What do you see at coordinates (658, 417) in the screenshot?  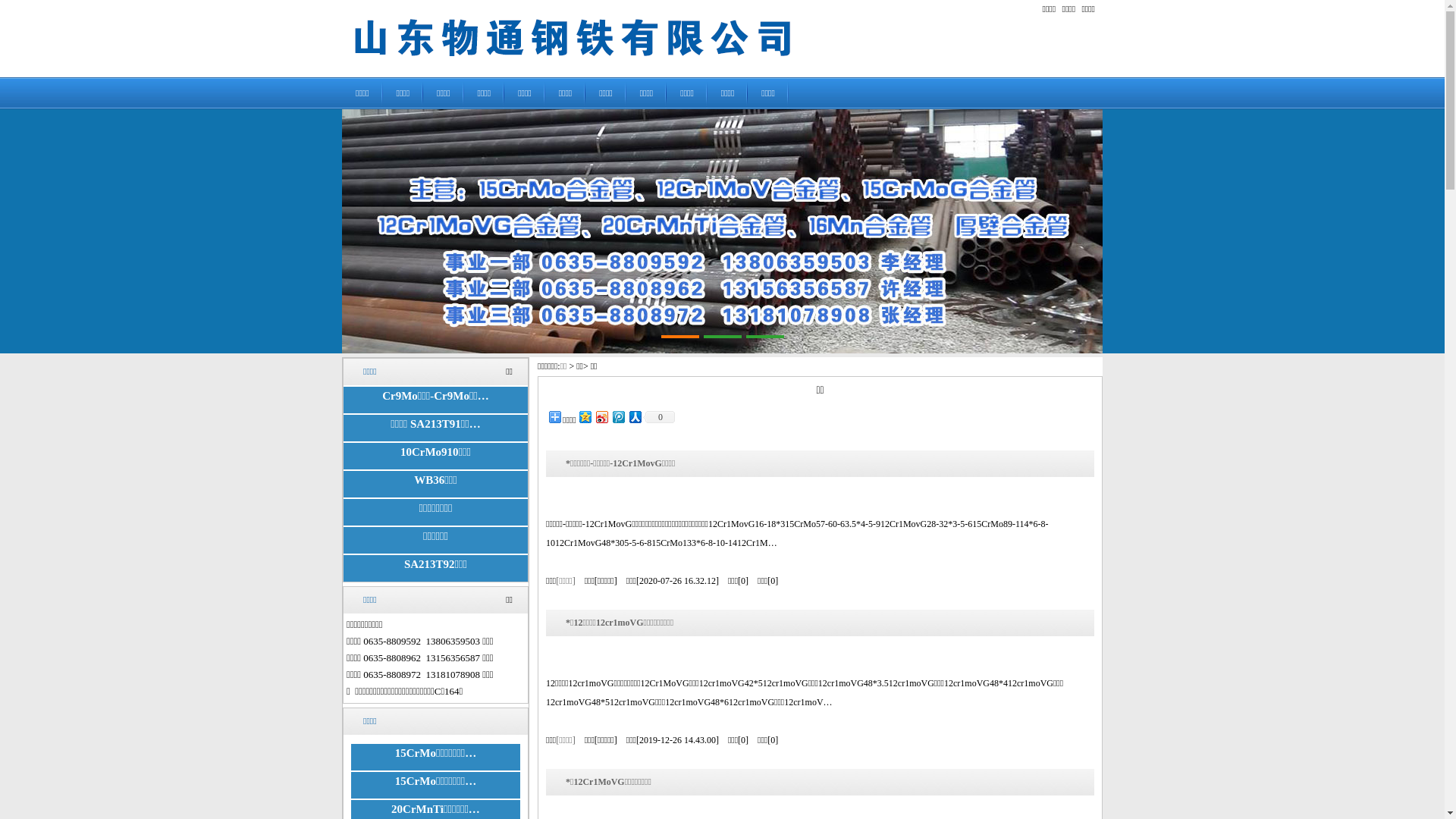 I see `'0'` at bounding box center [658, 417].